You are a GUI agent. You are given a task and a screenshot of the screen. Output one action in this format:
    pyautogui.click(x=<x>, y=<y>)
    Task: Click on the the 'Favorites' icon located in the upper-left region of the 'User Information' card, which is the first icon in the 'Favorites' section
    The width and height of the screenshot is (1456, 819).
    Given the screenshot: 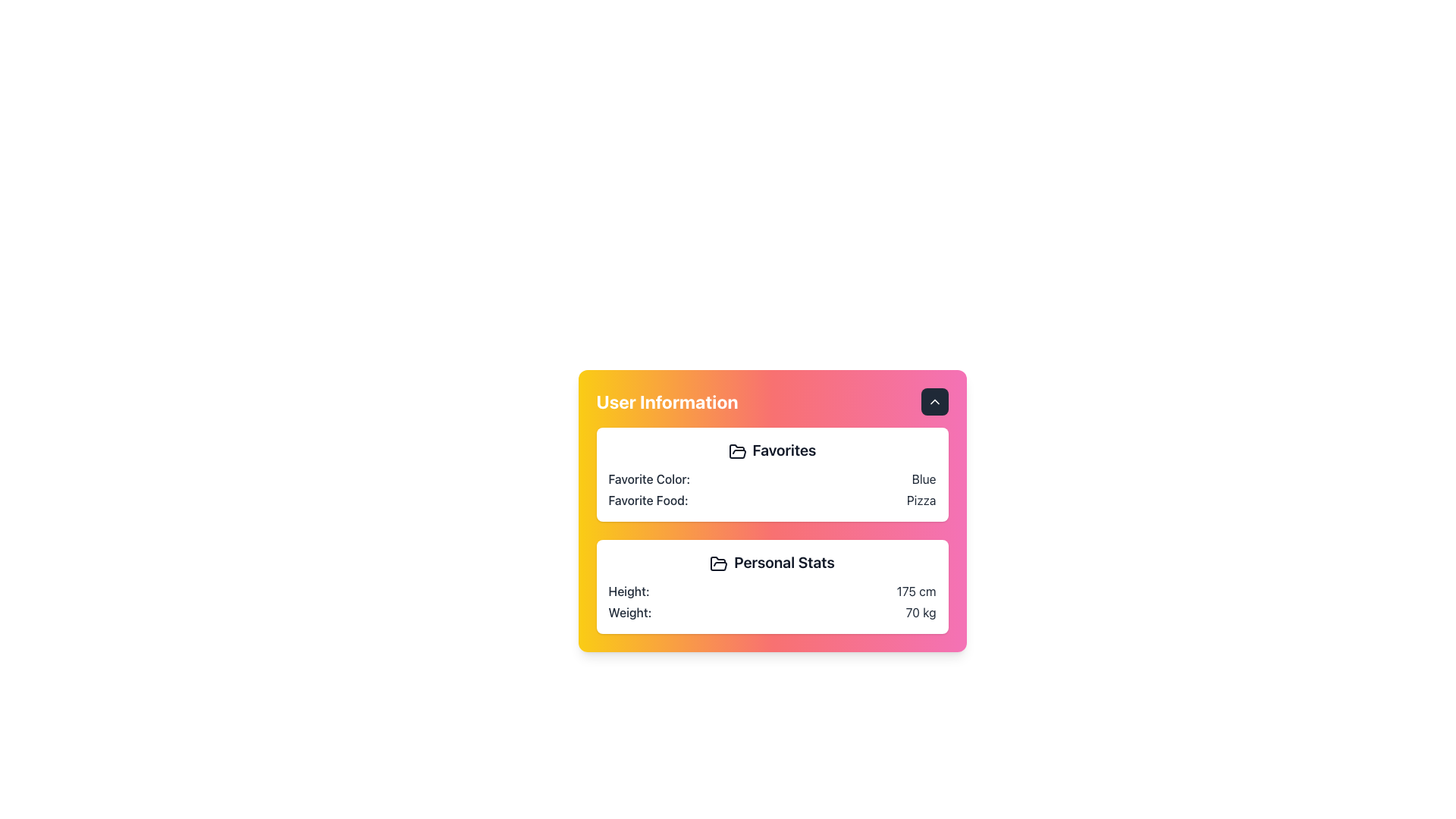 What is the action you would take?
    pyautogui.click(x=737, y=450)
    